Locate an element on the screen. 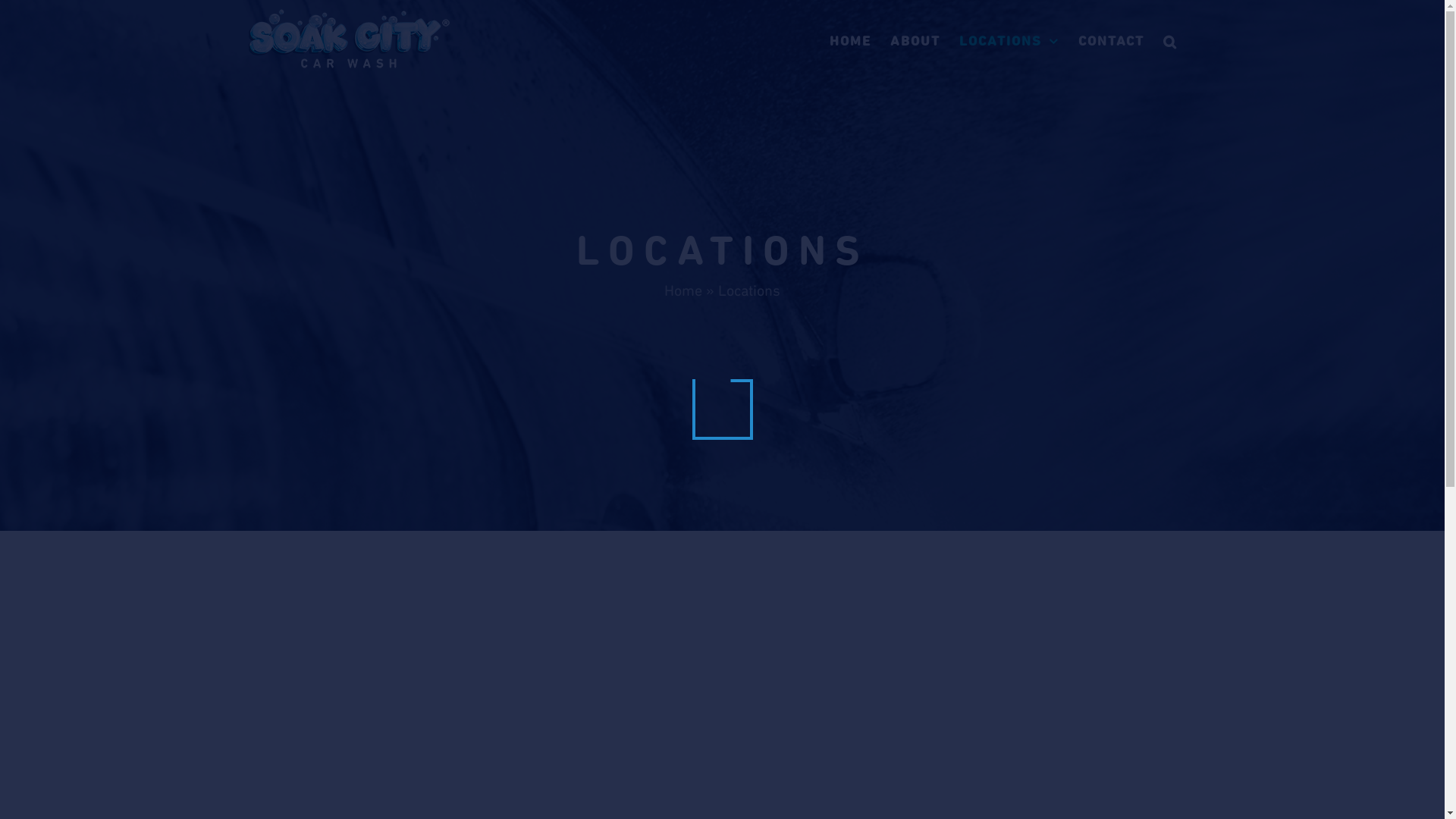 This screenshot has width=1456, height=819. 'Search' is located at coordinates (1169, 40).